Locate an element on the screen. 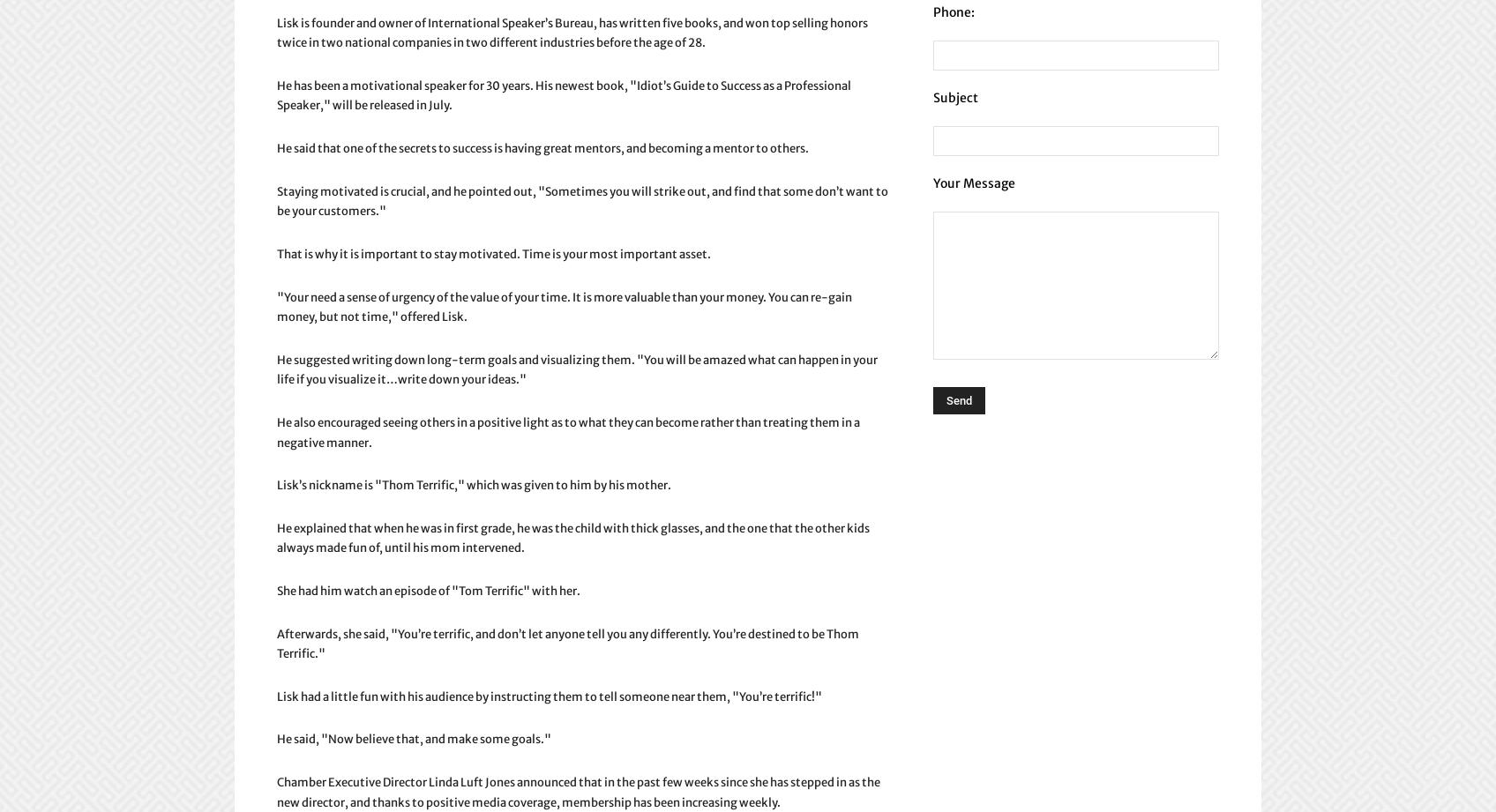  'Lisk’s nickname is "Thom Terrific,"  which was given to him by his mother.' is located at coordinates (276, 484).